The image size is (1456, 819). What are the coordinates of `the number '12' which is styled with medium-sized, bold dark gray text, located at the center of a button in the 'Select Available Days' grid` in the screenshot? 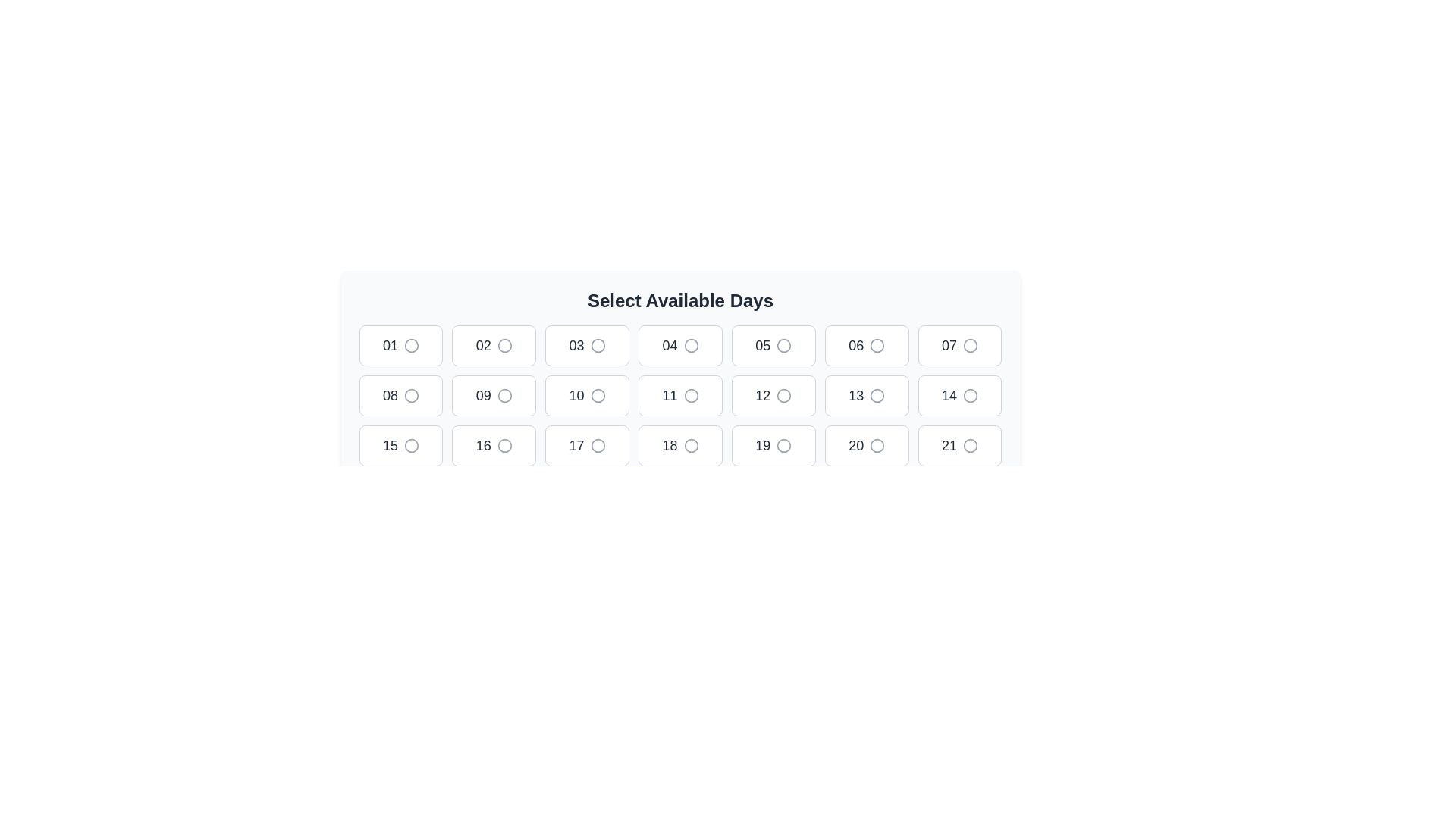 It's located at (763, 394).